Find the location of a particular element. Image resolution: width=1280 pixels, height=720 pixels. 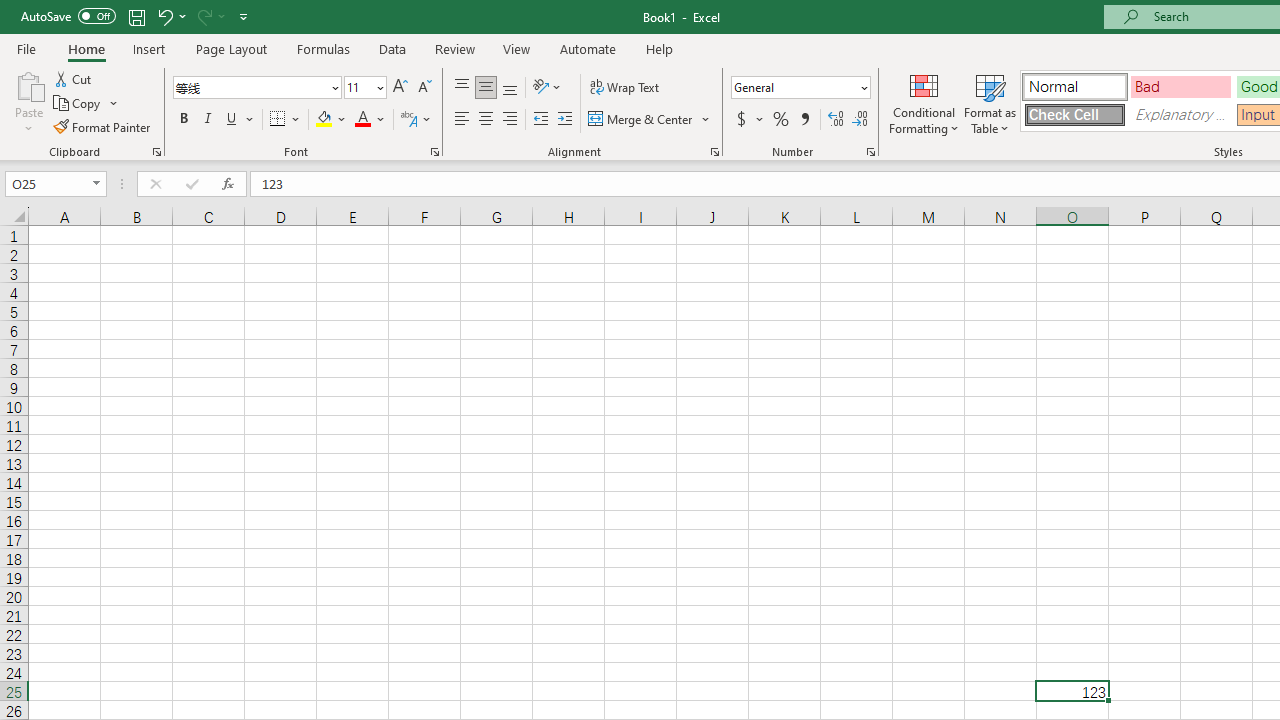

'Align Left' is located at coordinates (461, 119).